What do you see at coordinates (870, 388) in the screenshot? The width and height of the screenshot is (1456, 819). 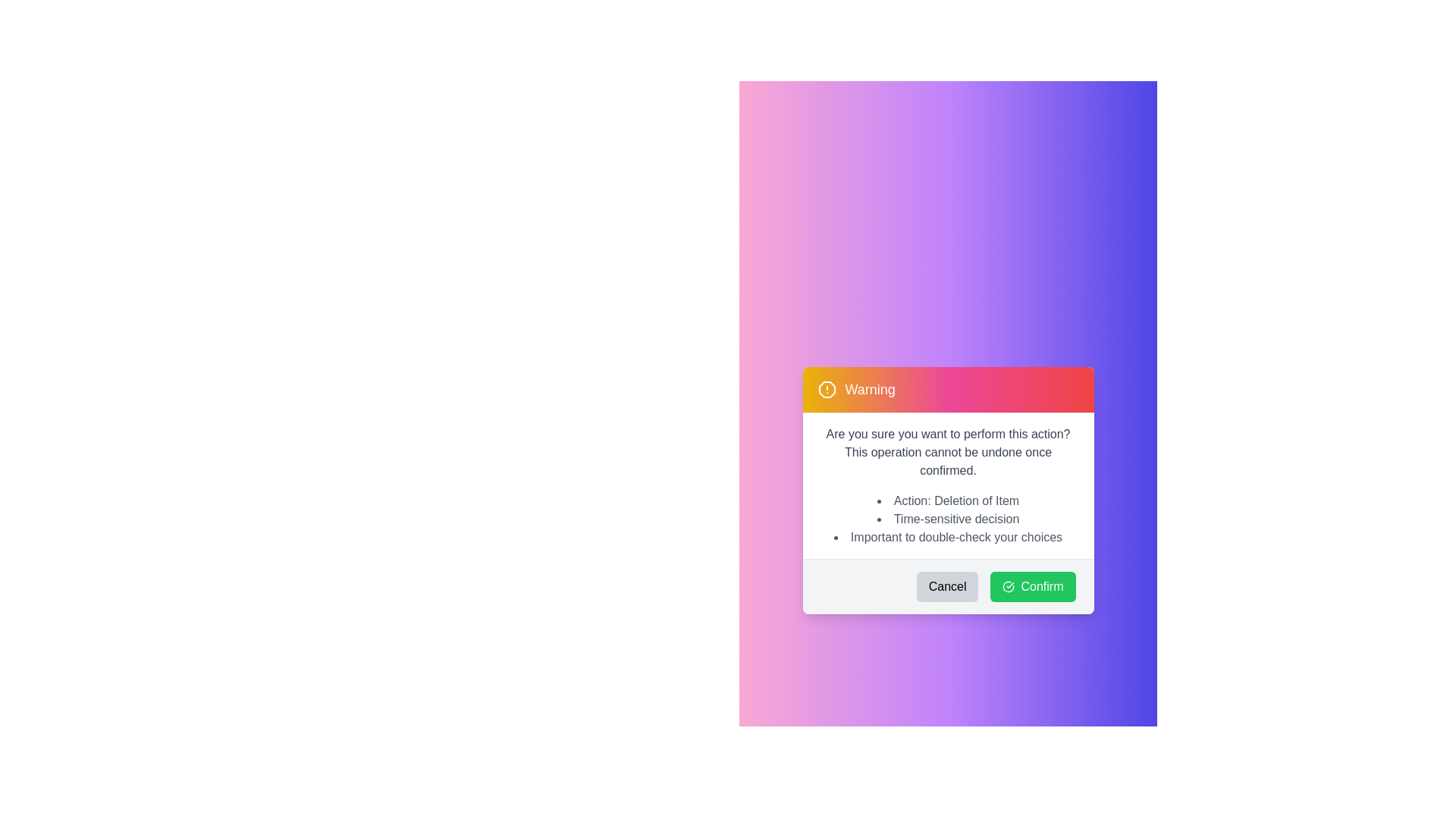 I see `the 'Warning' text label, which is prominently displayed in bold white font against a vibrant gradient background in the header of a warning dialog box` at bounding box center [870, 388].